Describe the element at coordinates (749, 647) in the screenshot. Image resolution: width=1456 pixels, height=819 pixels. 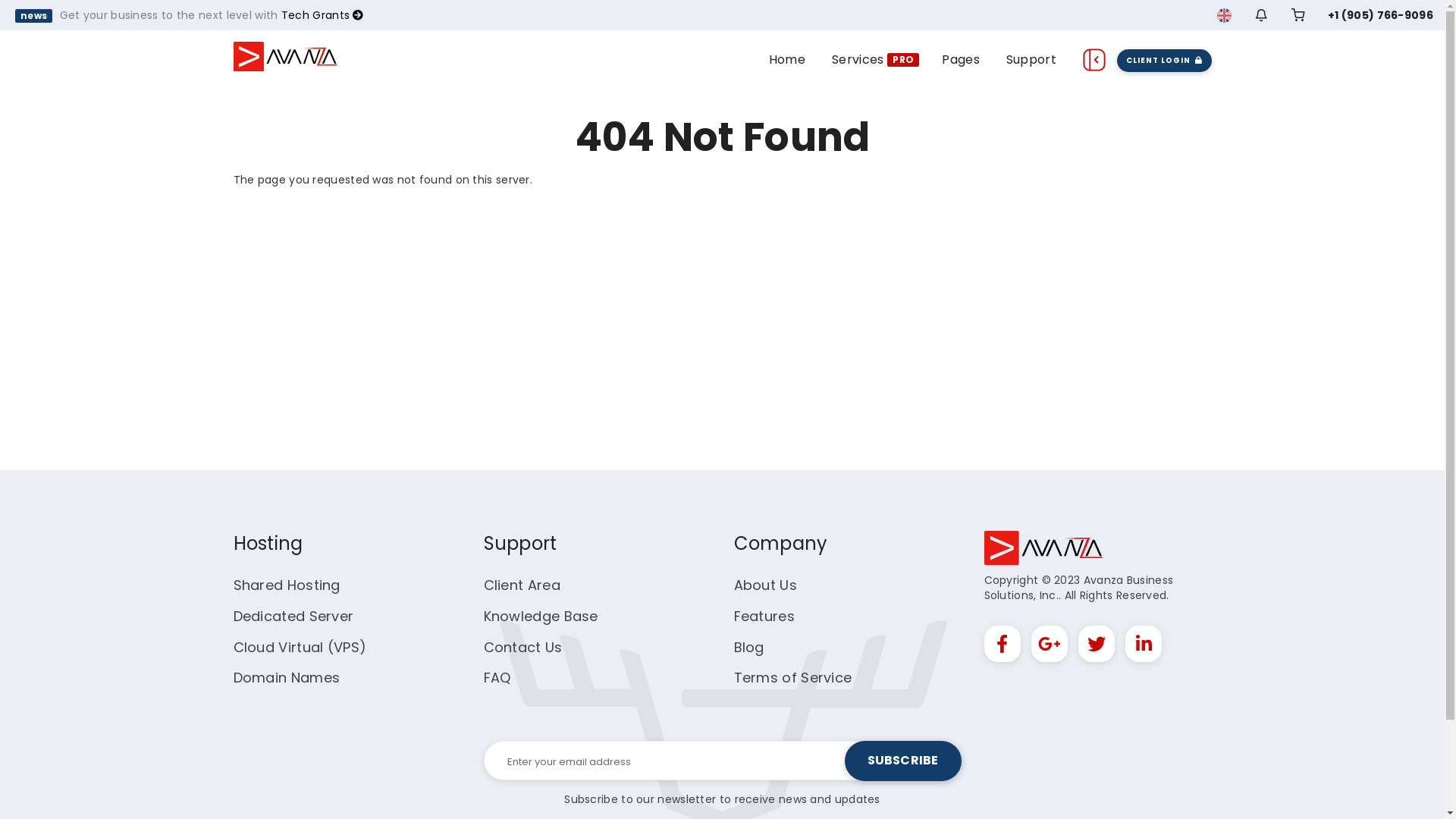
I see `'Blog'` at that location.